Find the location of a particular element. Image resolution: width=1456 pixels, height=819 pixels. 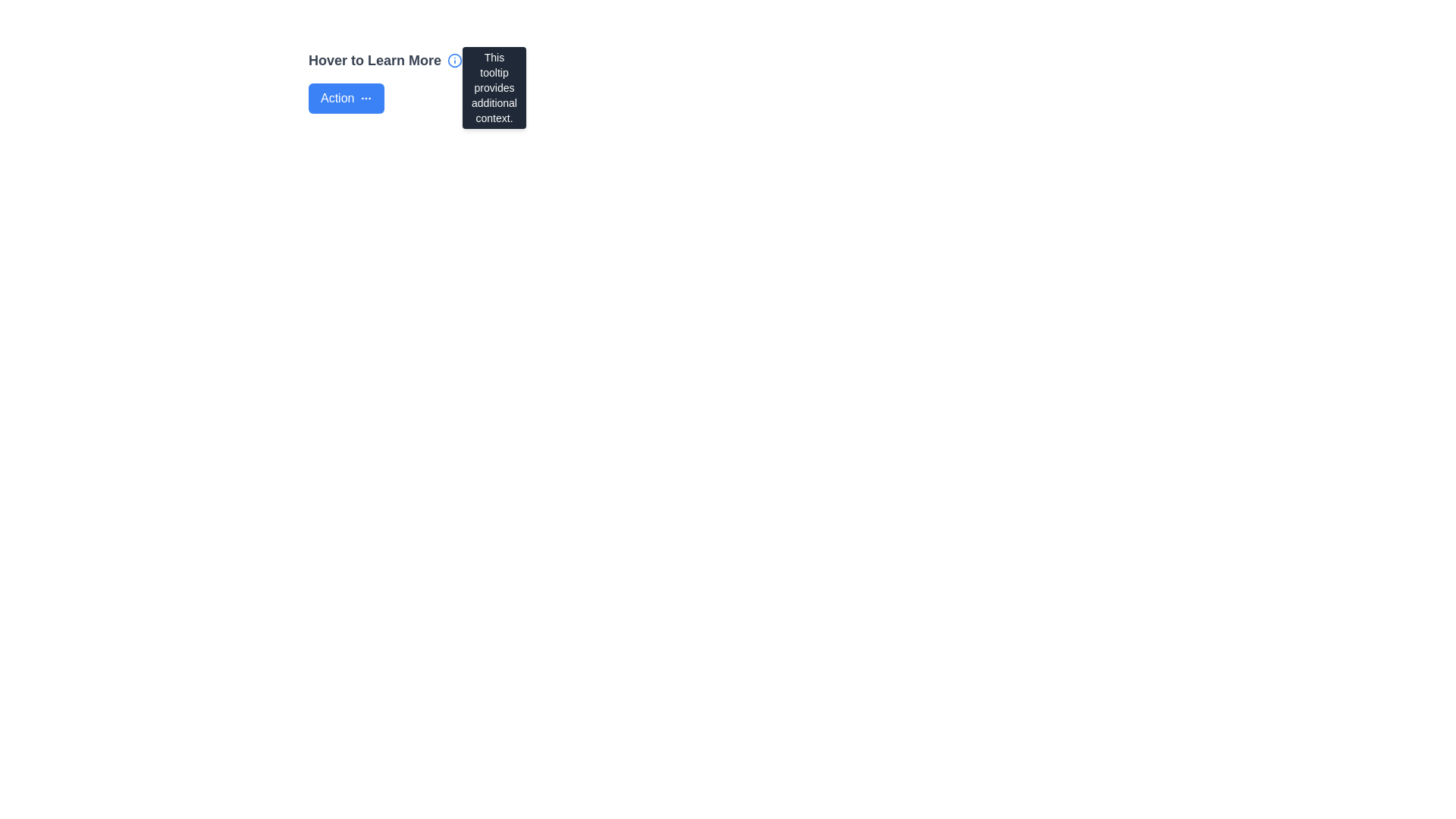

the blue circular information icon with an 'i' inside it, located to the right of the text 'Hover to Learn More' is located at coordinates (454, 60).